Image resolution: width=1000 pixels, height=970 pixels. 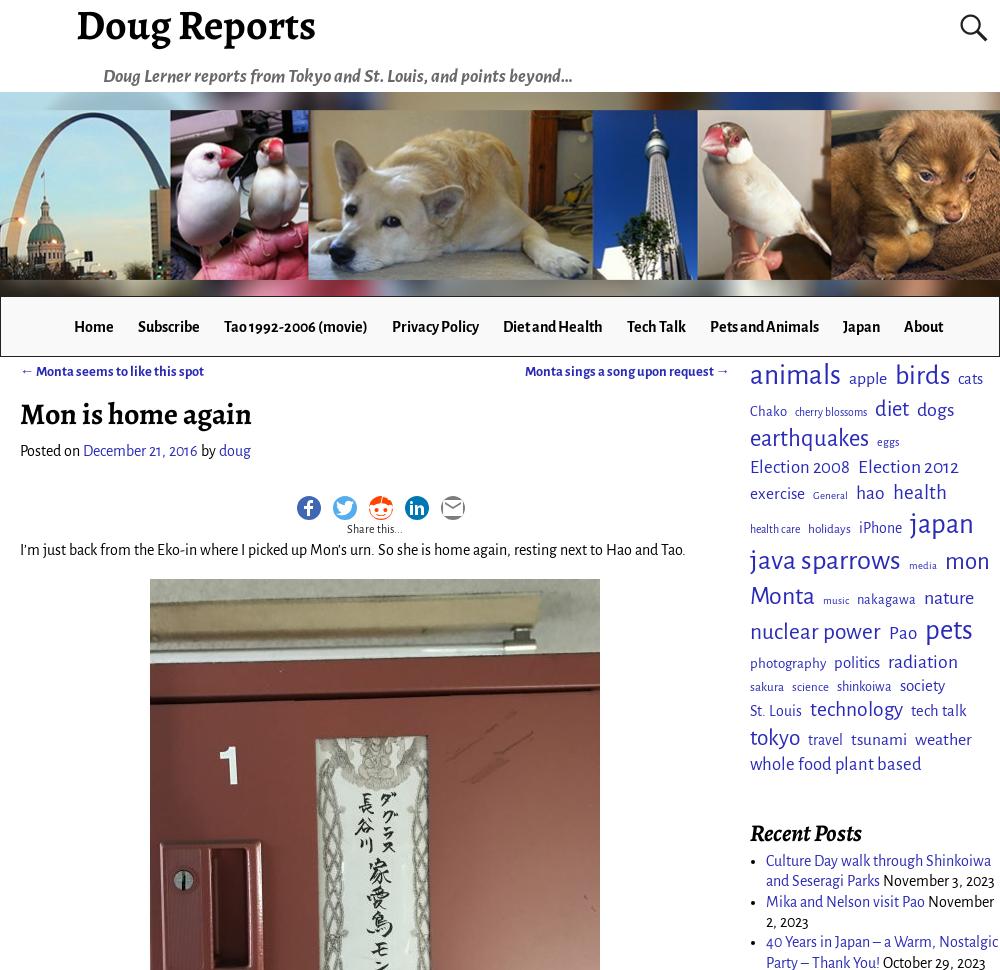 I want to click on 'Subscribe', so click(x=168, y=326).